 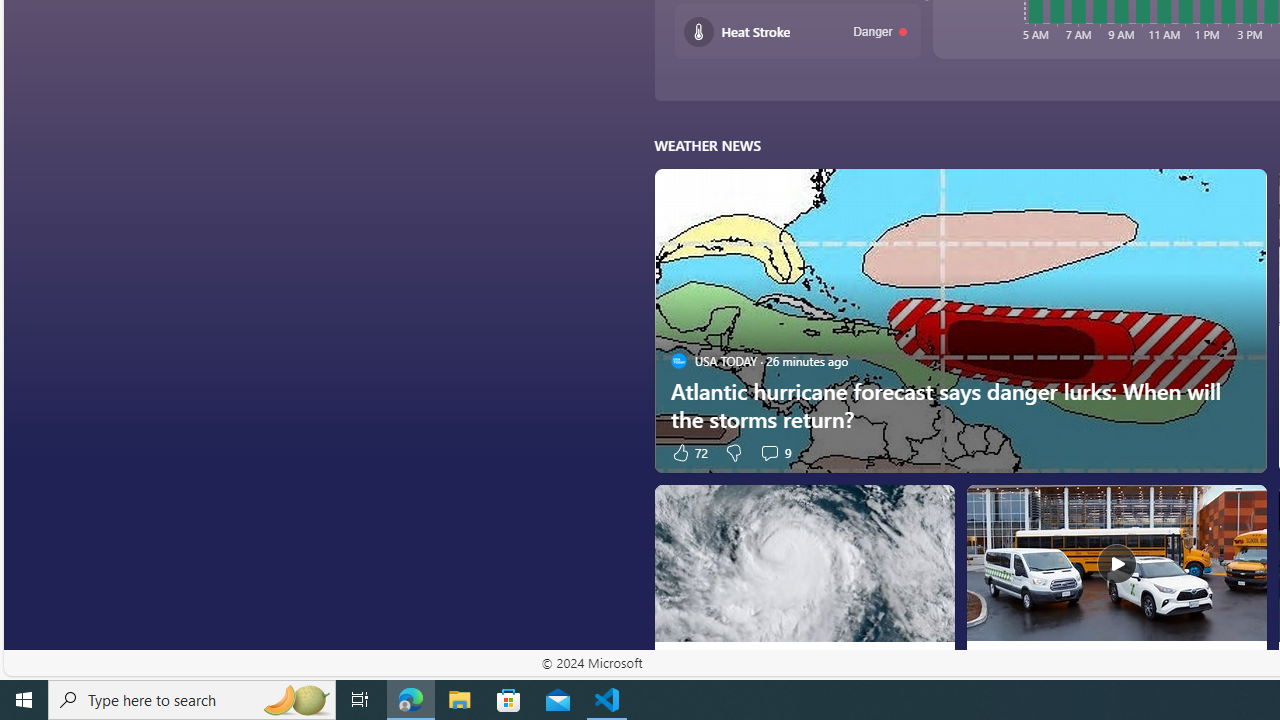 What do you see at coordinates (768, 452) in the screenshot?
I see `'View comments 9 Comment'` at bounding box center [768, 452].